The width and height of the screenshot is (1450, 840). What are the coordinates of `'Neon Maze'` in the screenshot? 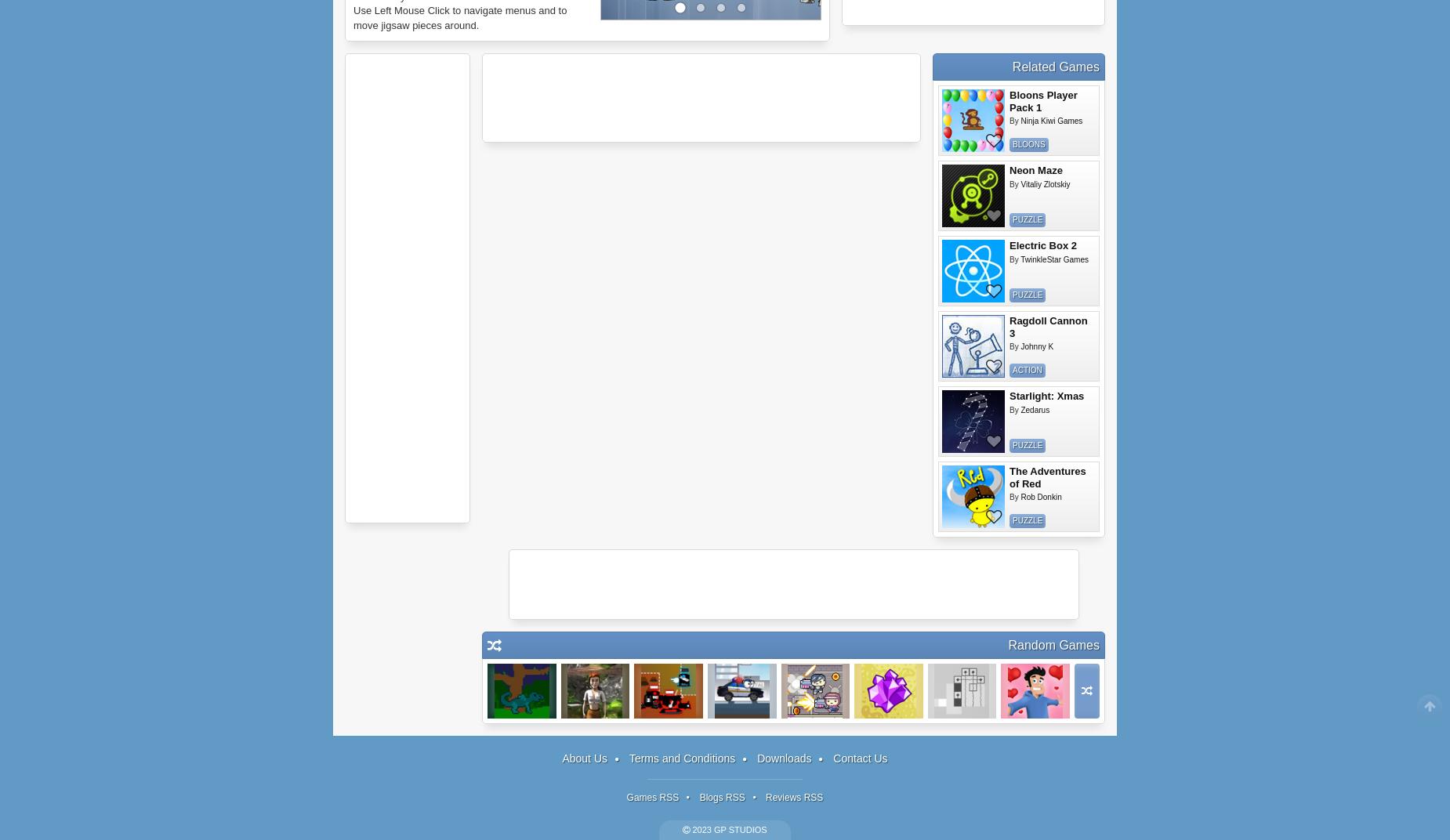 It's located at (1035, 170).